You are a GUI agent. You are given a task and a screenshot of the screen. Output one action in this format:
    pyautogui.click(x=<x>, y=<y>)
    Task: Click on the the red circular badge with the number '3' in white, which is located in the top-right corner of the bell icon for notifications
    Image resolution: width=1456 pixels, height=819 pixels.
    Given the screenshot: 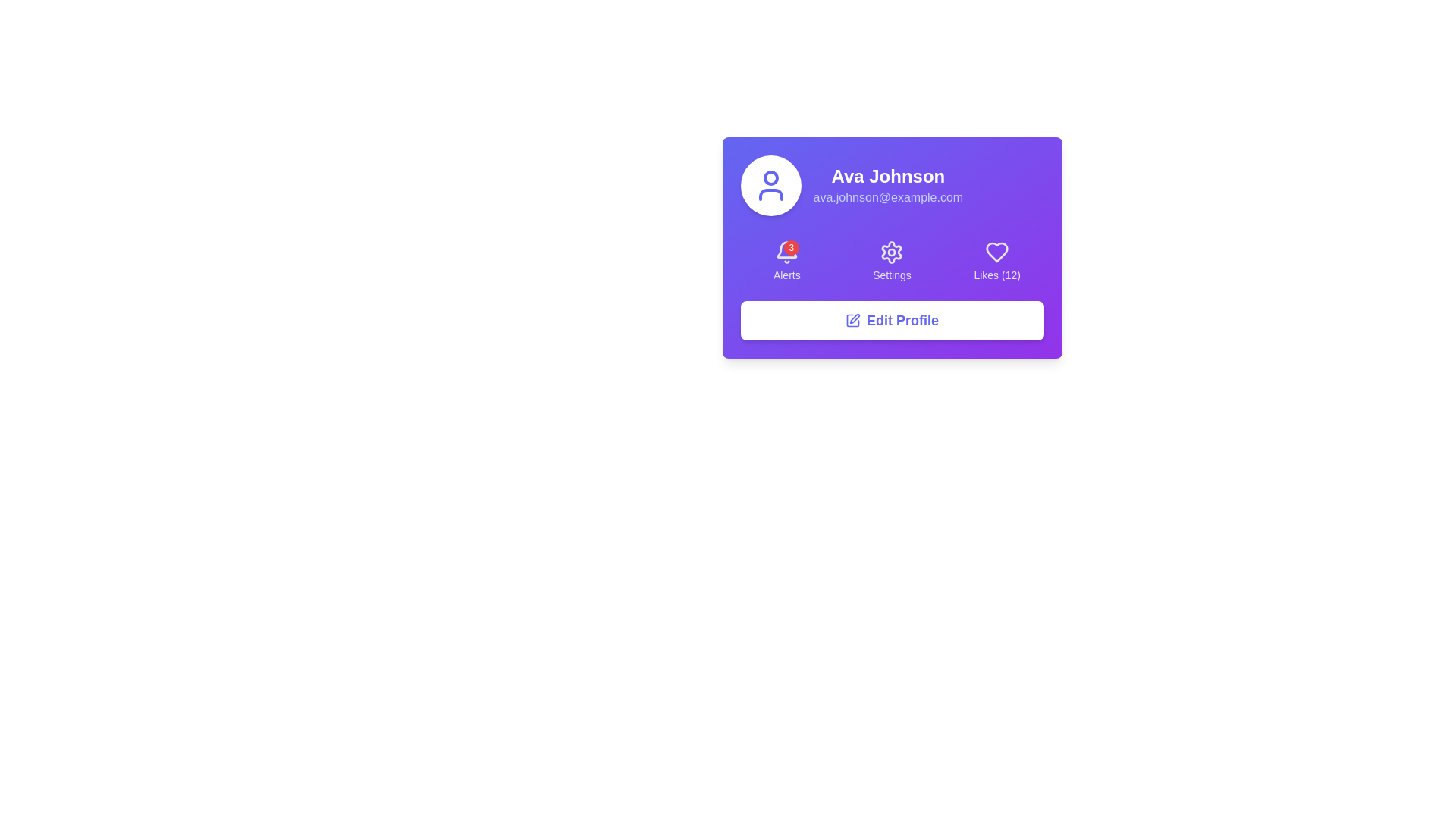 What is the action you would take?
    pyautogui.click(x=790, y=247)
    